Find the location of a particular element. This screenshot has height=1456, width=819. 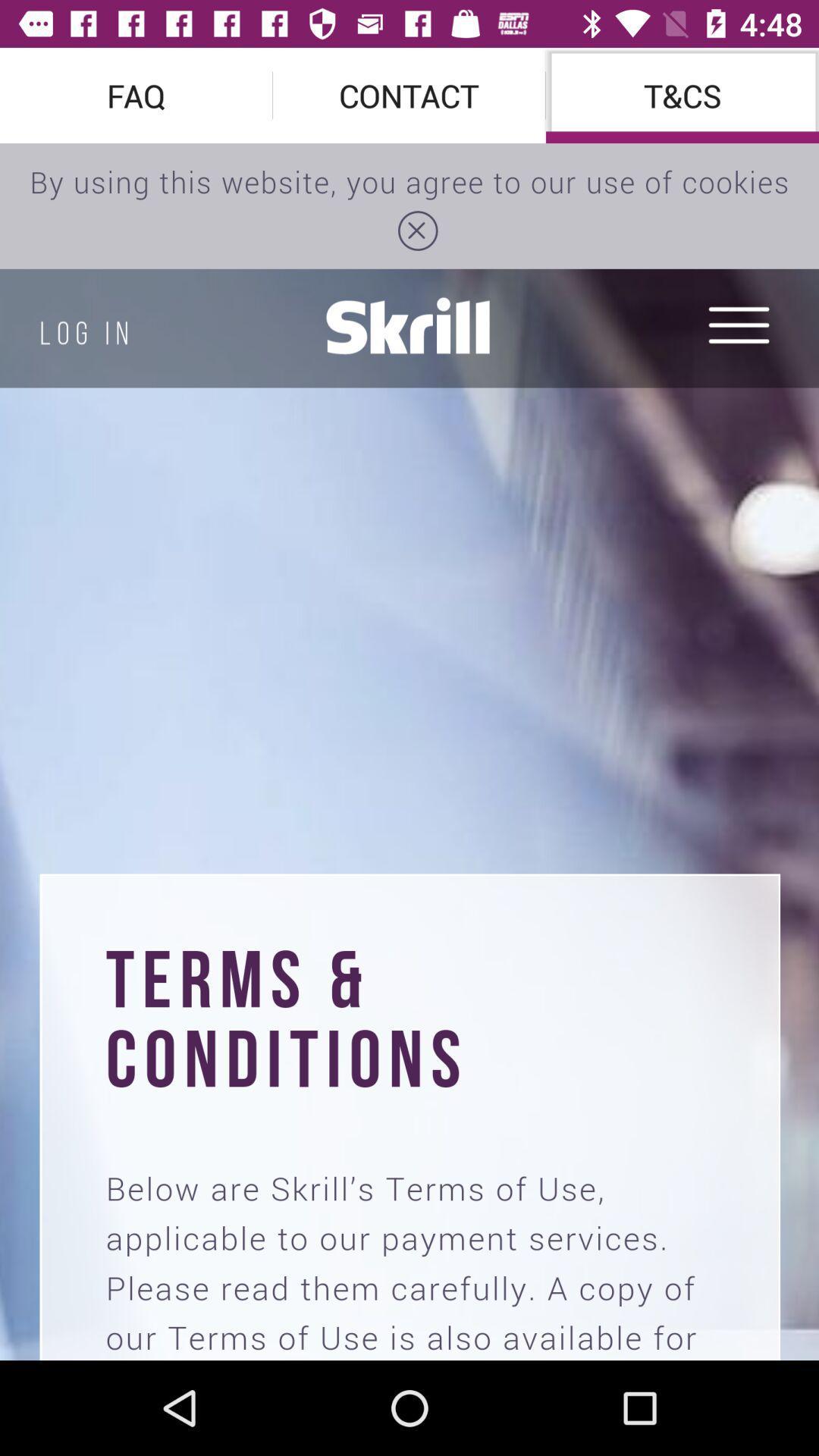

agree with cookie use is located at coordinates (409, 752).